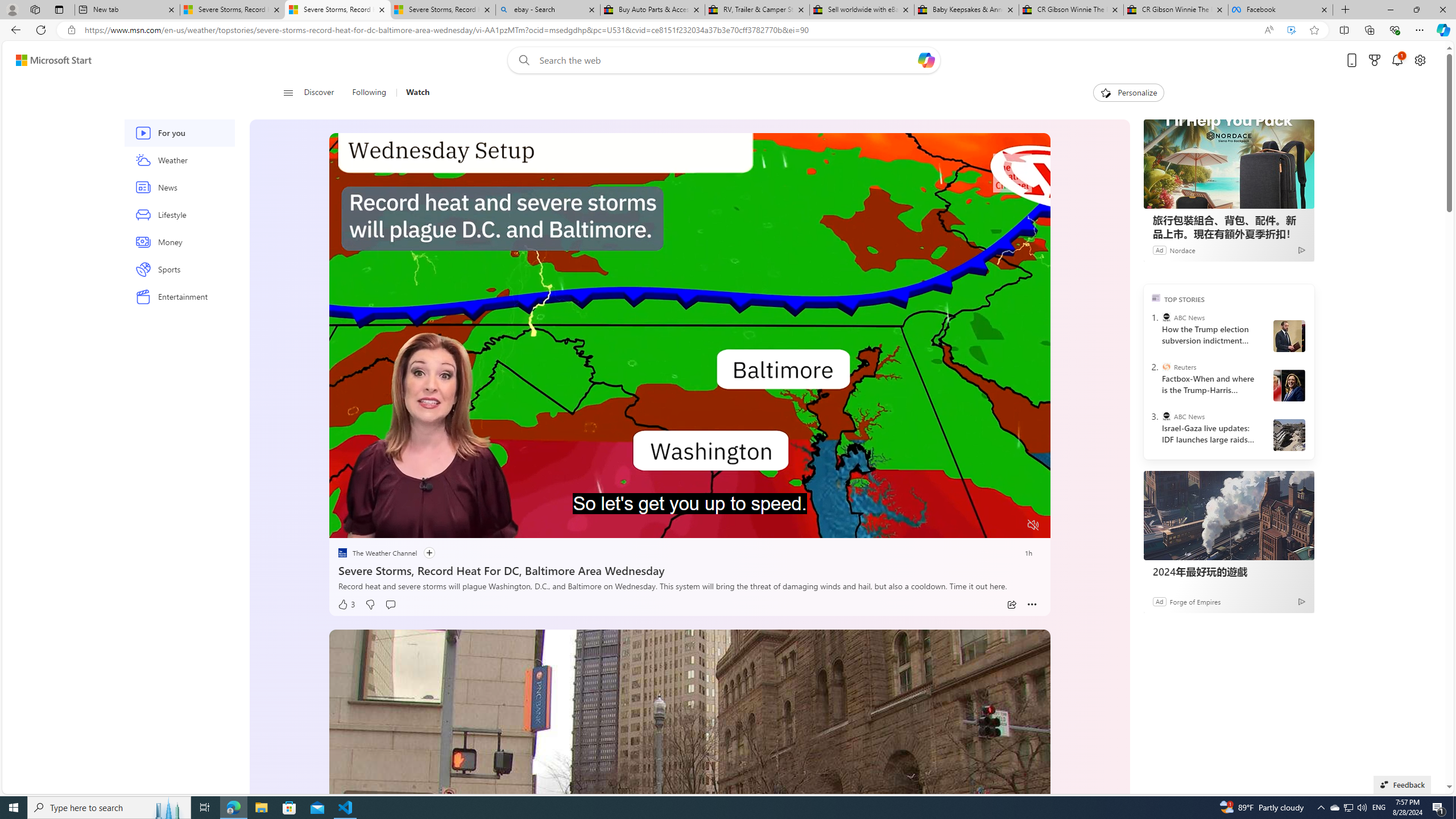 This screenshot has width=1456, height=819. Describe the element at coordinates (1031, 604) in the screenshot. I see `'More'` at that location.